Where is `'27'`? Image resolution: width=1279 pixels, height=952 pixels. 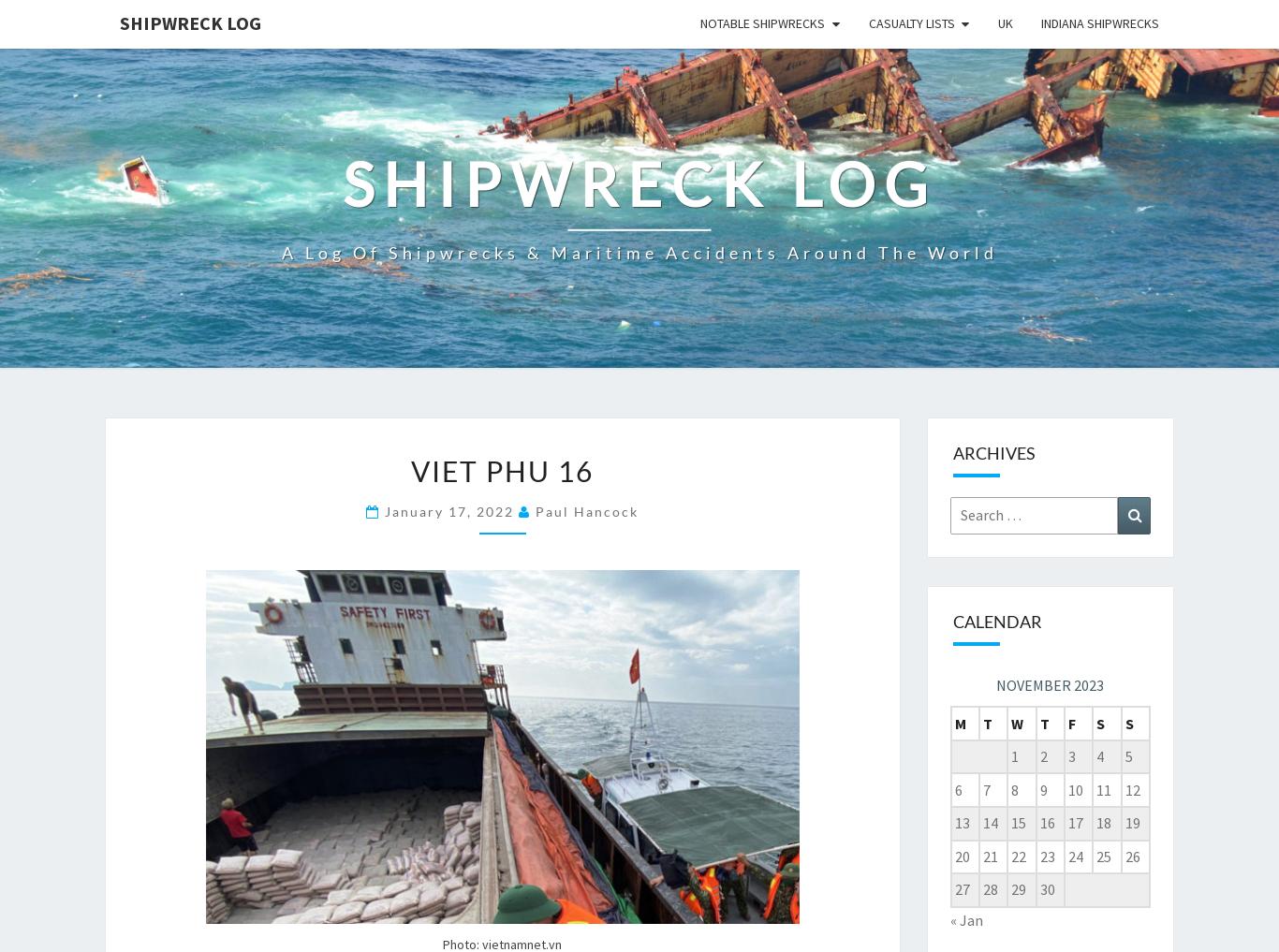
'27' is located at coordinates (960, 887).